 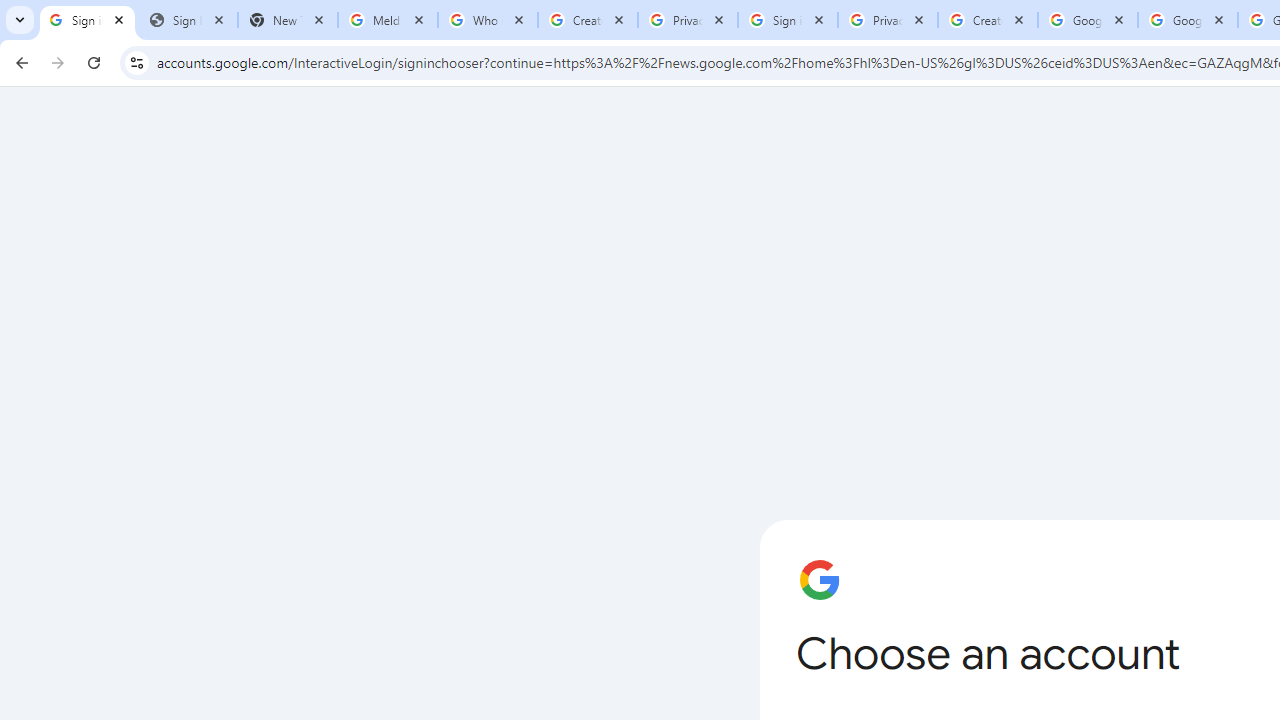 What do you see at coordinates (287, 20) in the screenshot?
I see `'New Tab'` at bounding box center [287, 20].